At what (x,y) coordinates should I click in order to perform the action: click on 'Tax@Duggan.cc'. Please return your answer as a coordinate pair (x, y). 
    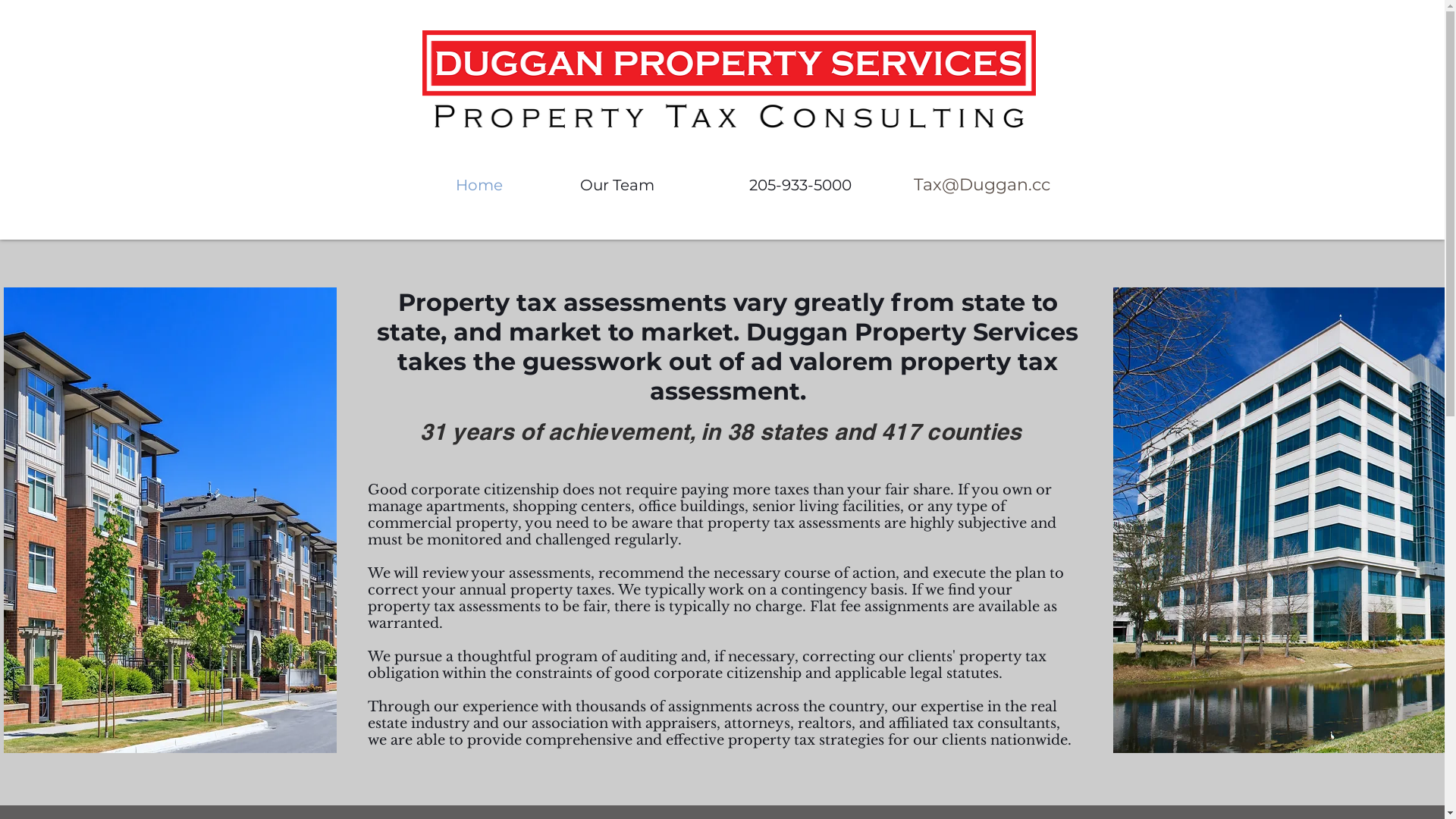
    Looking at the image, I should click on (892, 184).